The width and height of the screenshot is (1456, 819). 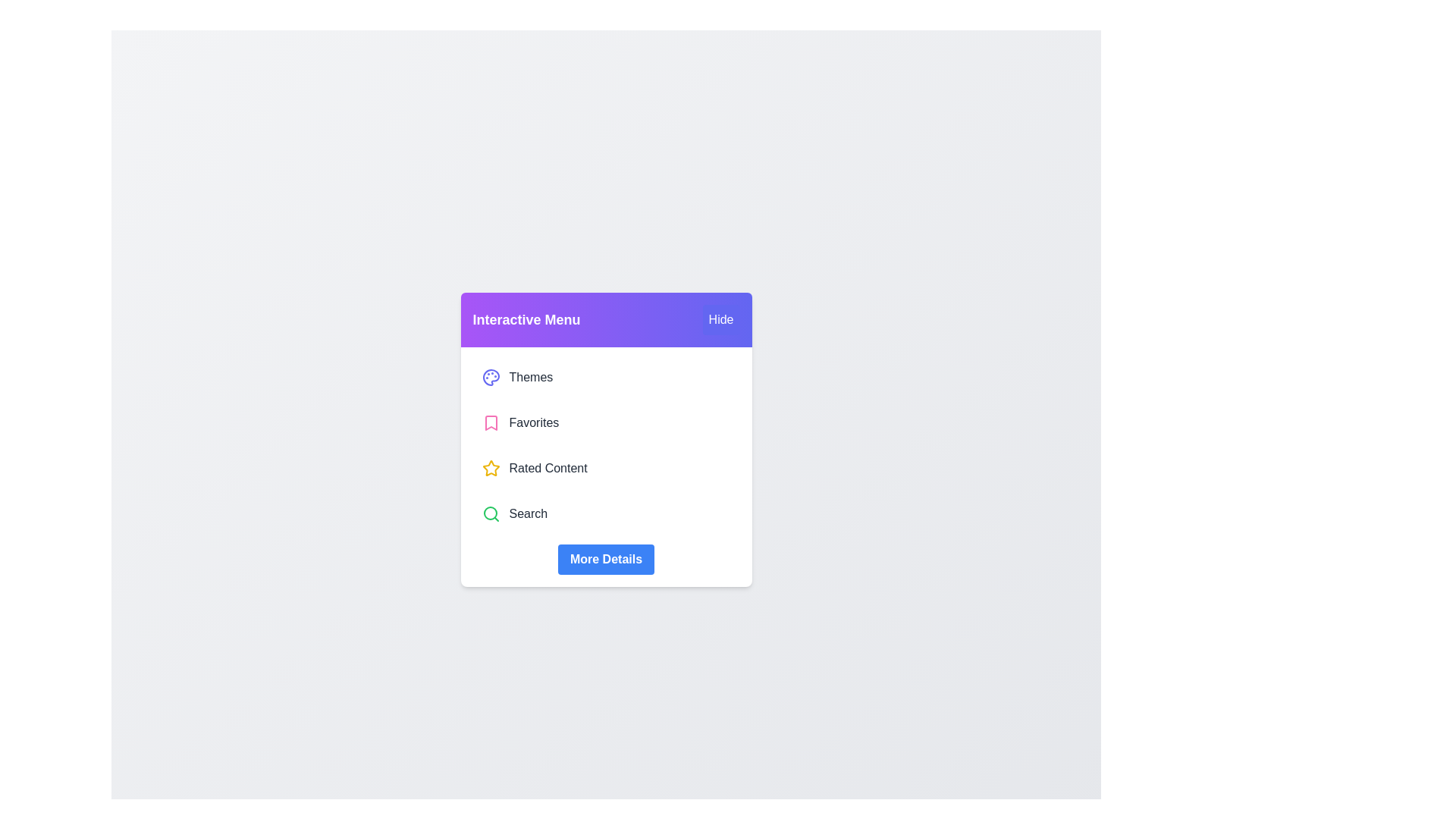 What do you see at coordinates (605, 467) in the screenshot?
I see `the menu item labeled Rated Content to observe its hover effect` at bounding box center [605, 467].